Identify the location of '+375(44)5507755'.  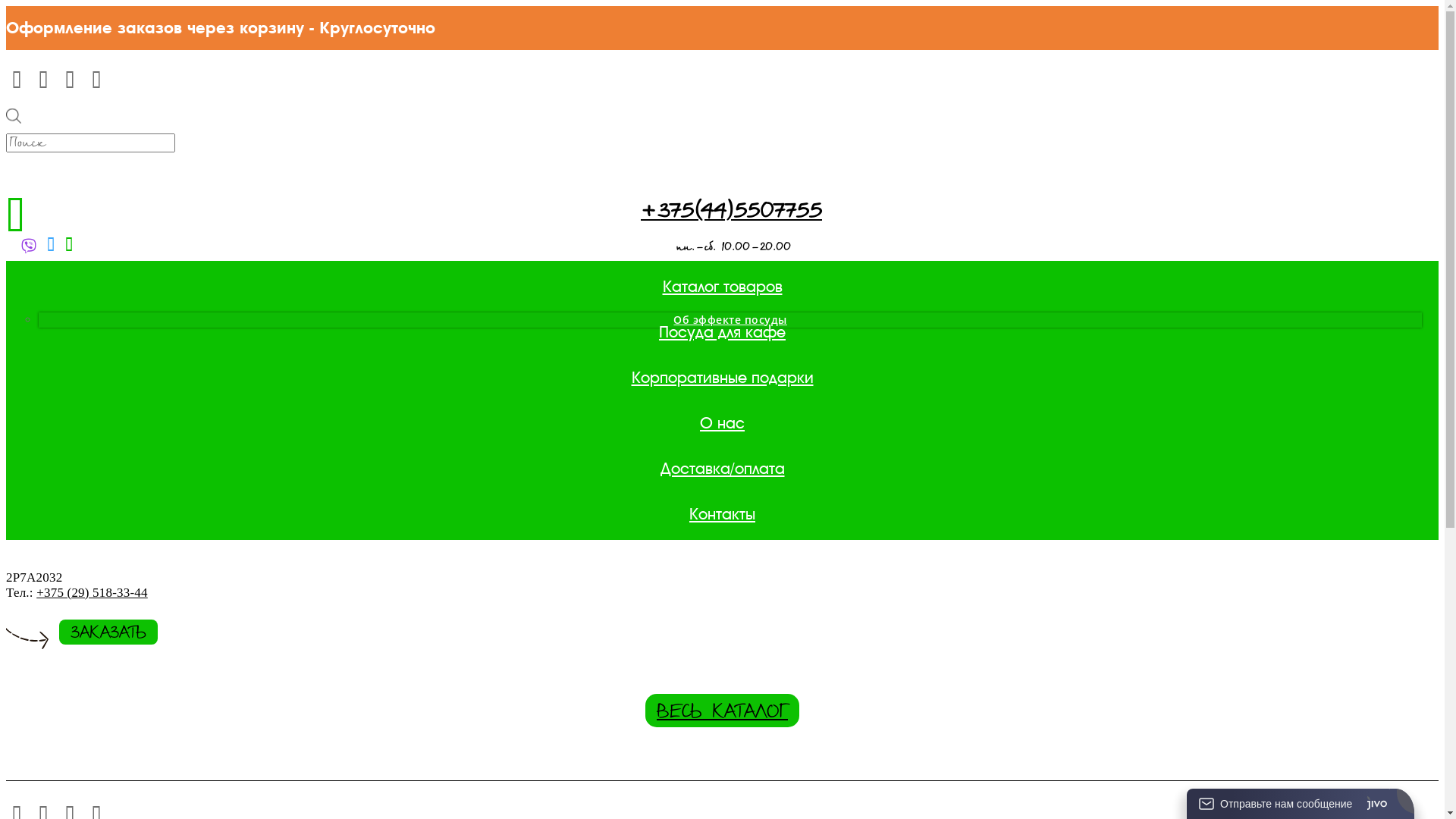
(731, 212).